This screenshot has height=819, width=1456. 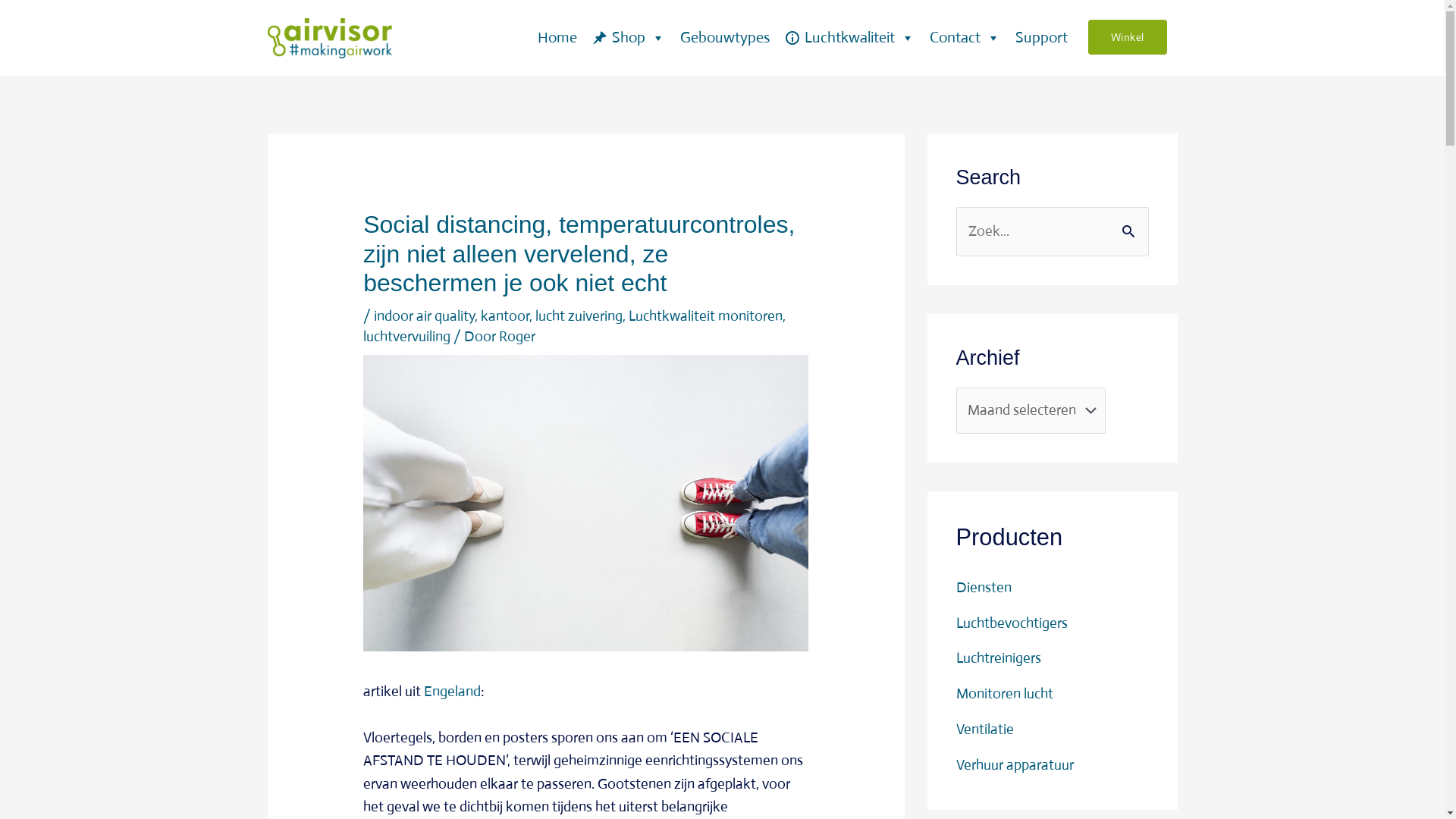 I want to click on 'lucht zuivering', so click(x=578, y=315).